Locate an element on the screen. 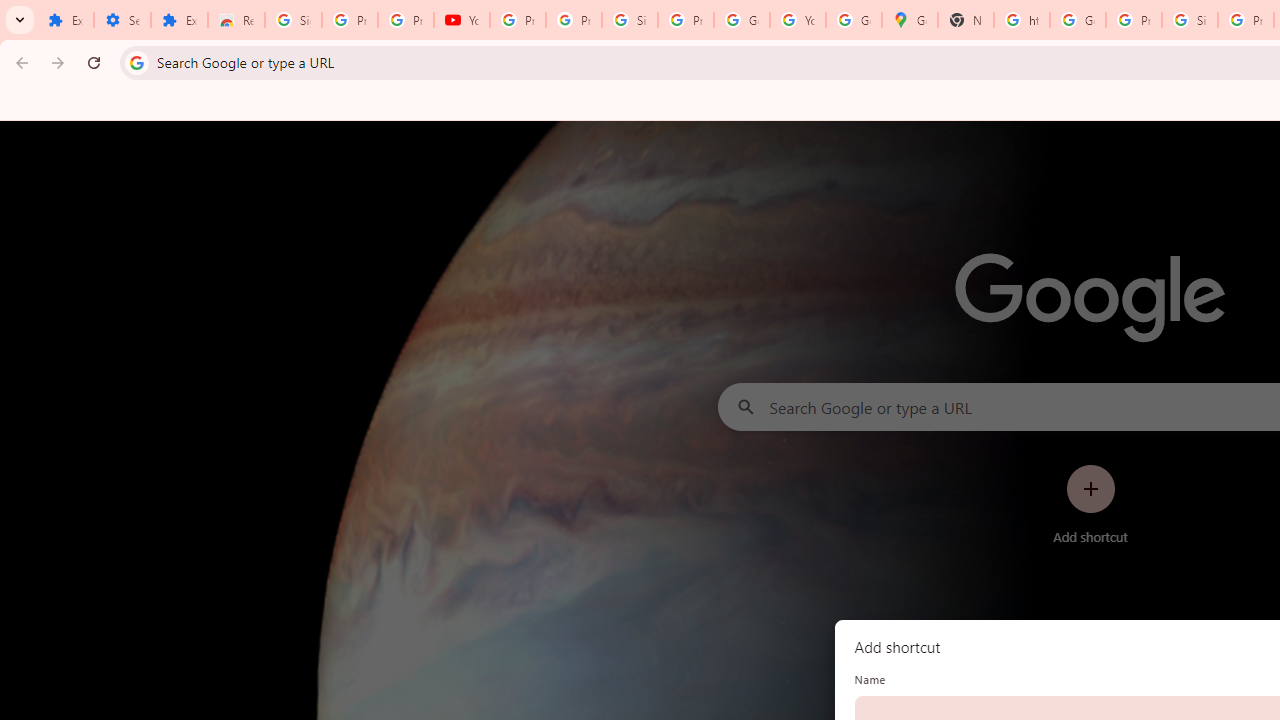 The image size is (1280, 720). 'New Tab' is located at coordinates (966, 20).